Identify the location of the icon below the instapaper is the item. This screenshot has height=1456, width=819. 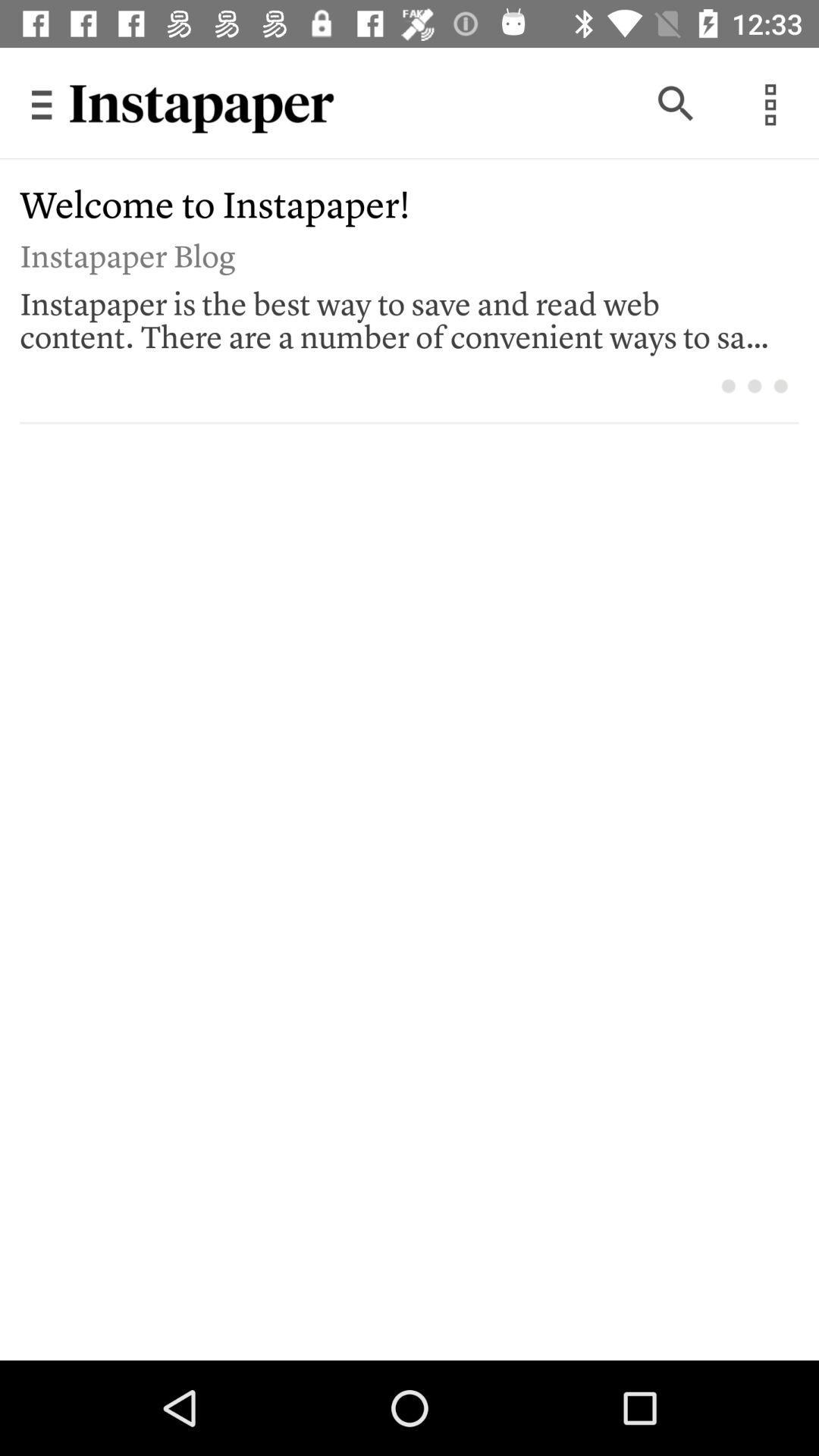
(780, 386).